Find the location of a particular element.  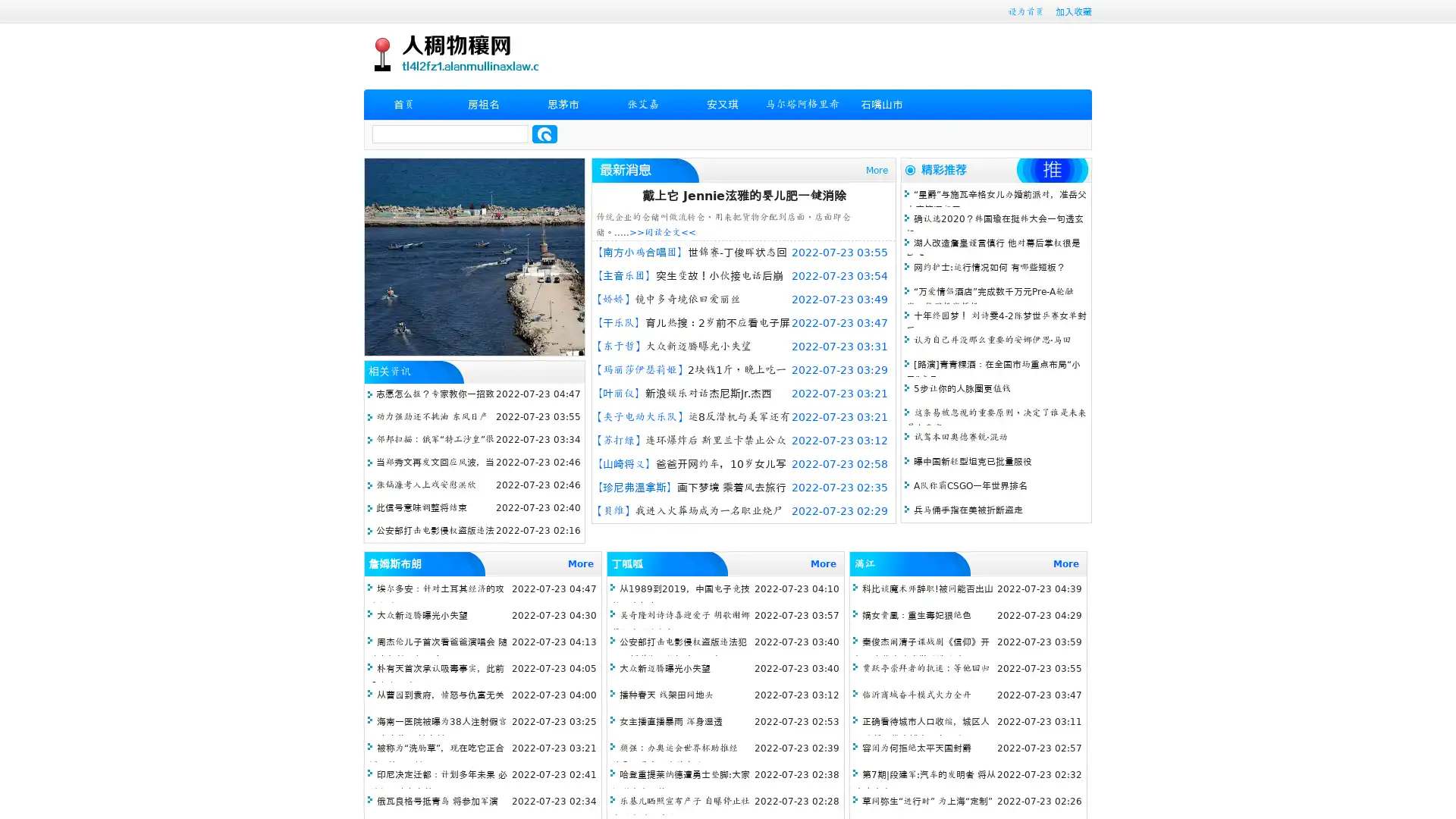

Search is located at coordinates (544, 133).